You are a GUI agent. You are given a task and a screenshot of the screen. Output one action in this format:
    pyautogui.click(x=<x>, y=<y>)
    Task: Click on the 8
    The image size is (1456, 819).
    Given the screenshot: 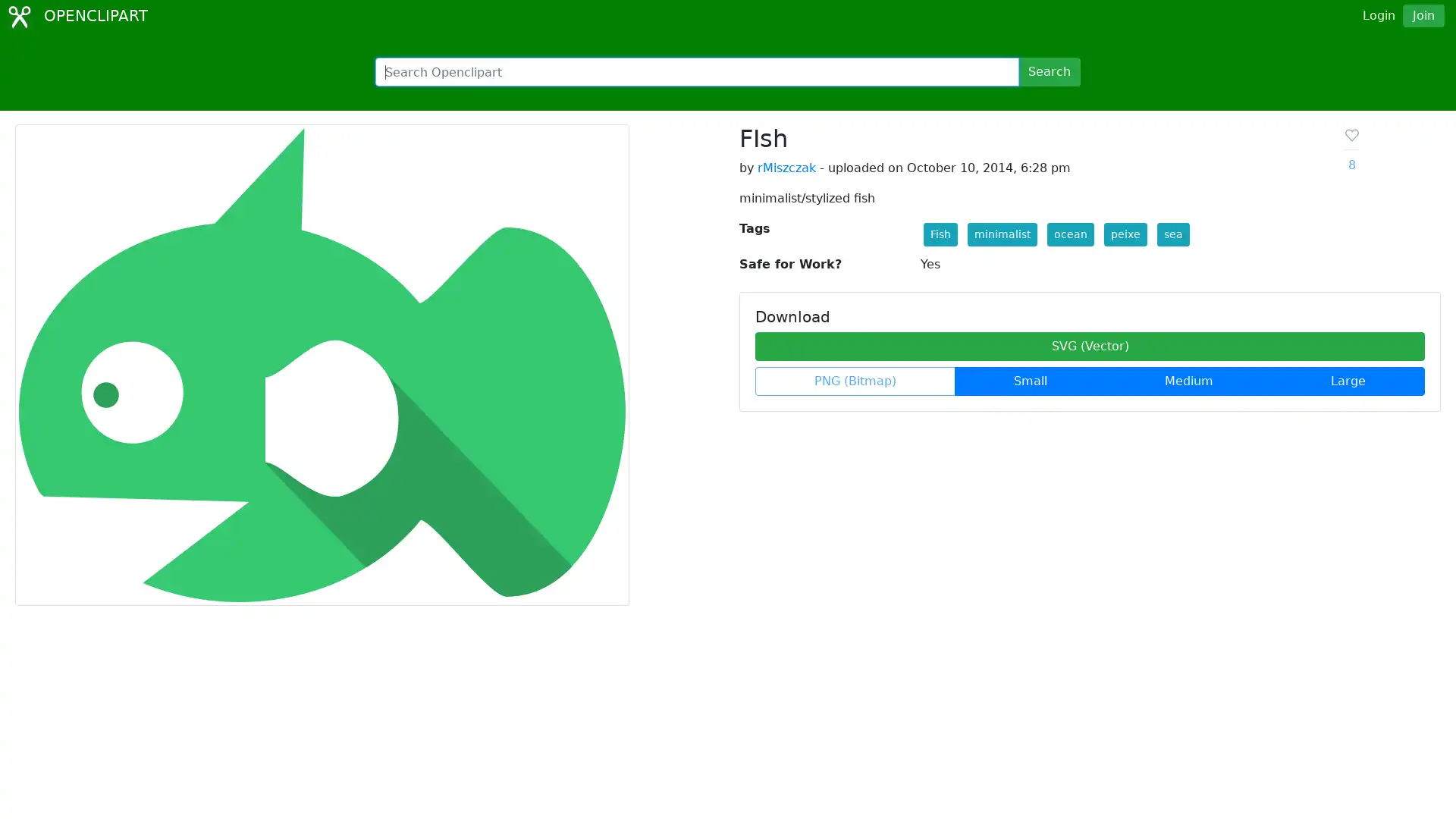 What is the action you would take?
    pyautogui.click(x=1351, y=149)
    